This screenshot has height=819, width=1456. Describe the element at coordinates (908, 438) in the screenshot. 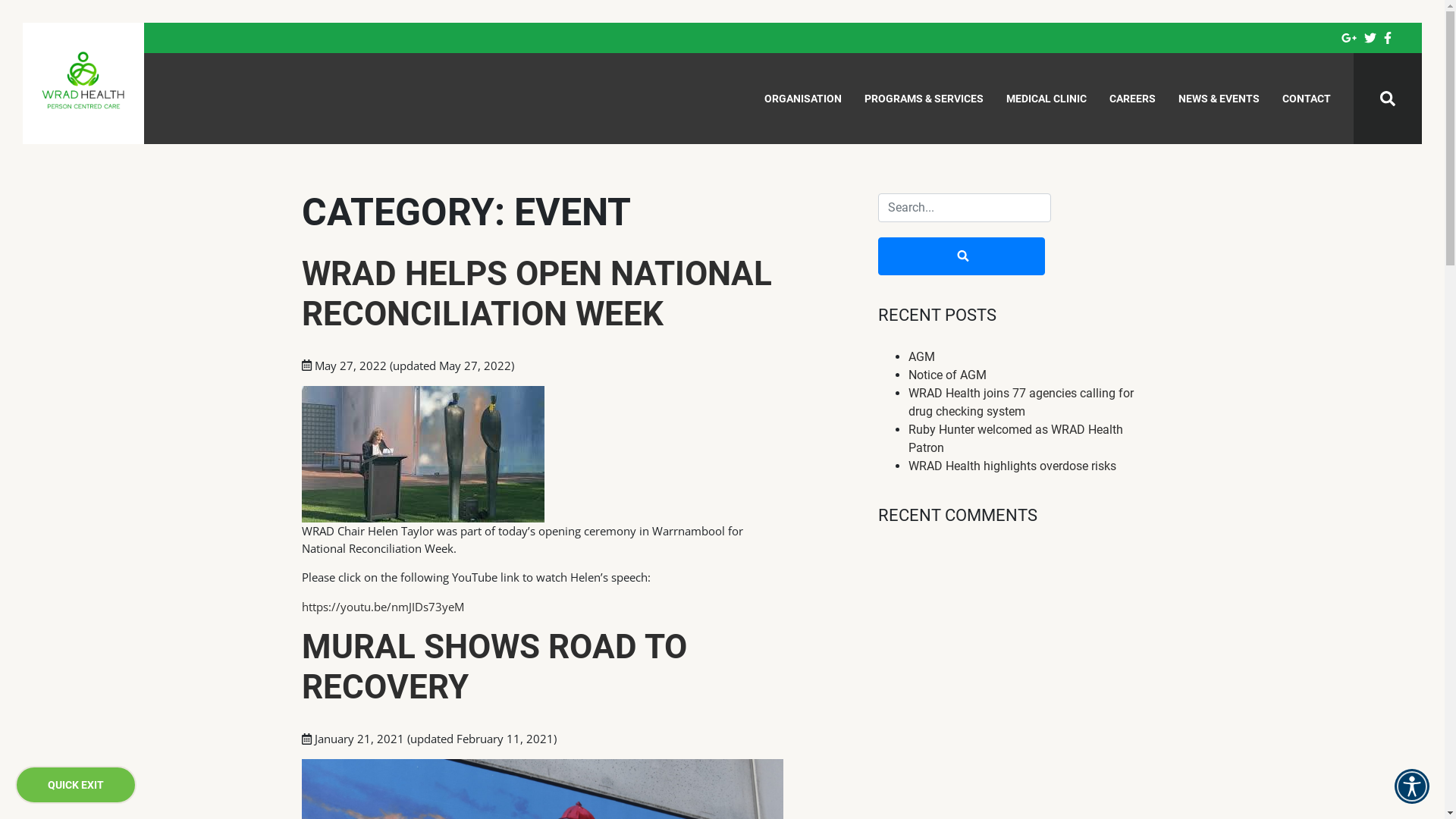

I see `'Ruby Hunter welcomed as WRAD Health Patron'` at that location.